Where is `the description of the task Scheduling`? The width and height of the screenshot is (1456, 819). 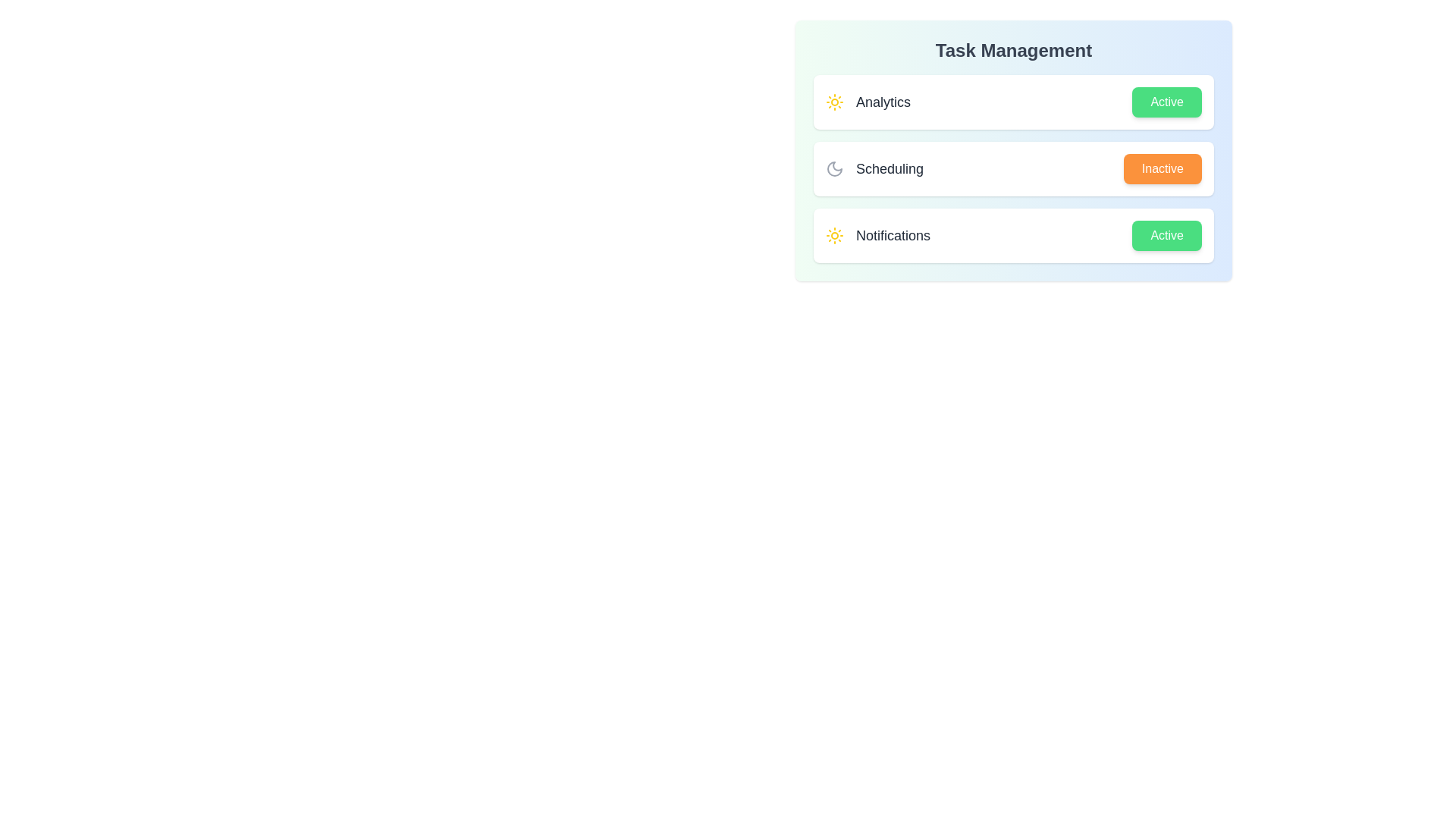 the description of the task Scheduling is located at coordinates (874, 169).